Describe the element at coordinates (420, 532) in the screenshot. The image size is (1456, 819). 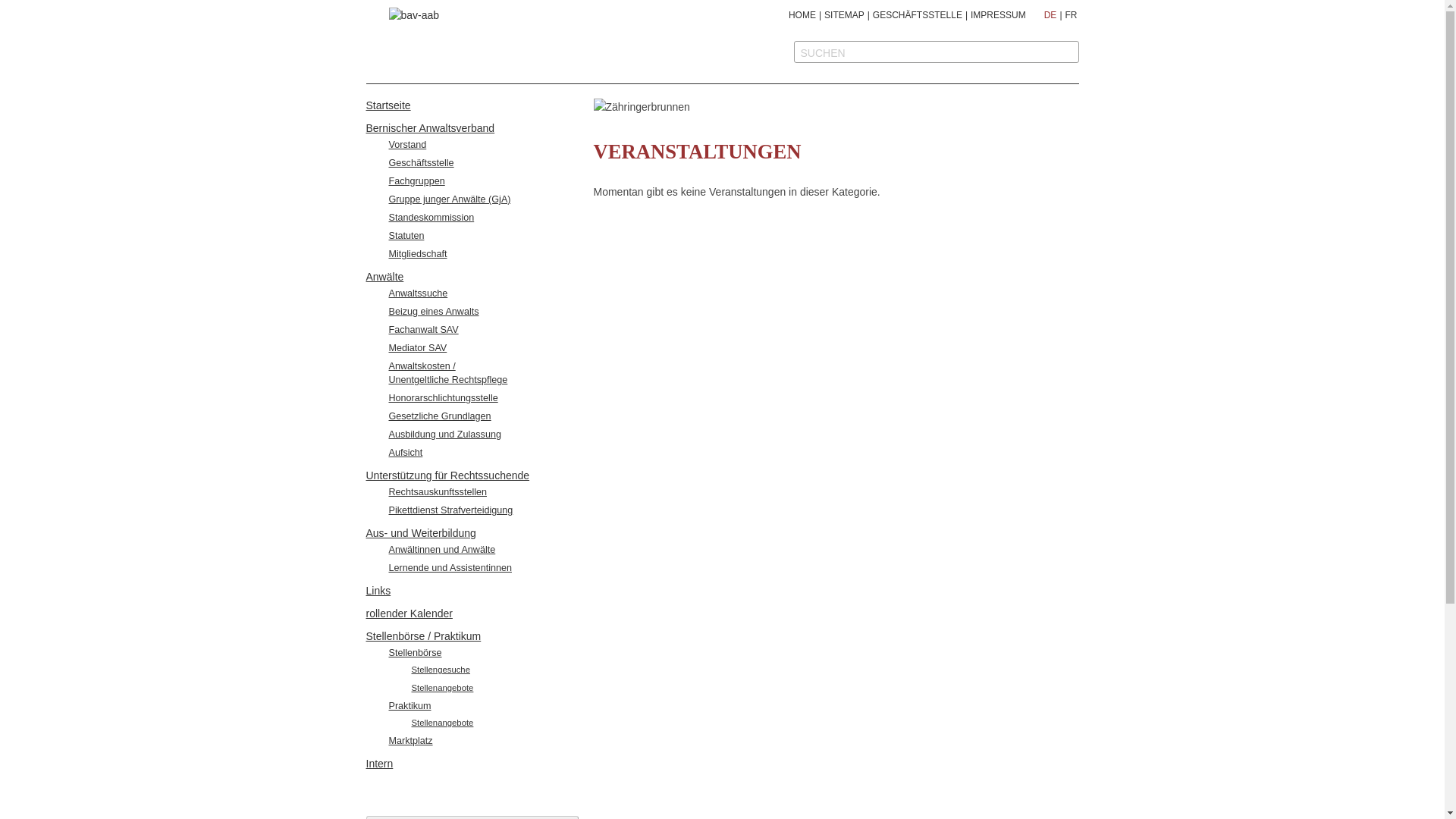
I see `'Aus- und Weiterbildung'` at that location.